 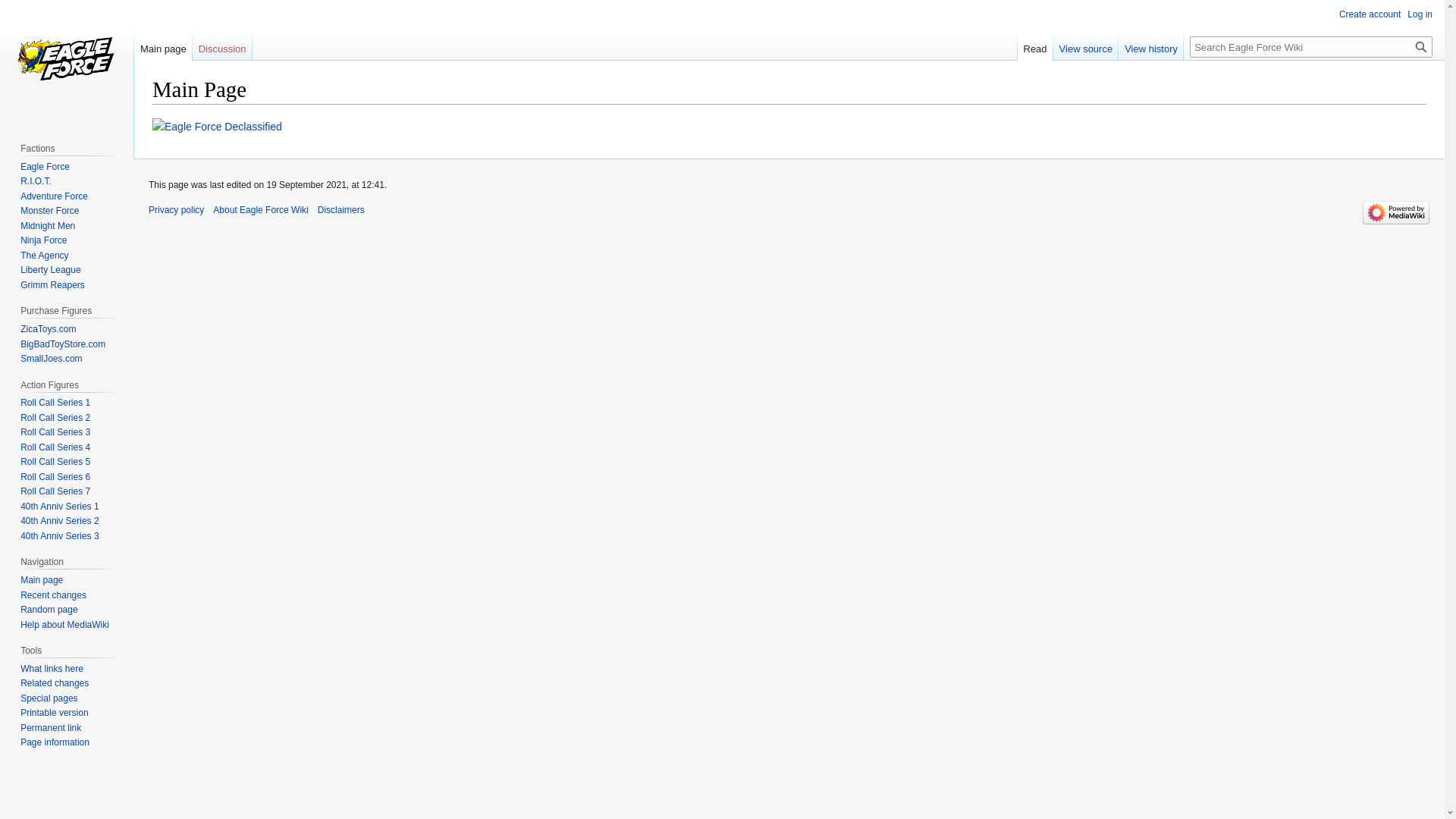 What do you see at coordinates (64, 625) in the screenshot?
I see `'Help about MediaWiki'` at bounding box center [64, 625].